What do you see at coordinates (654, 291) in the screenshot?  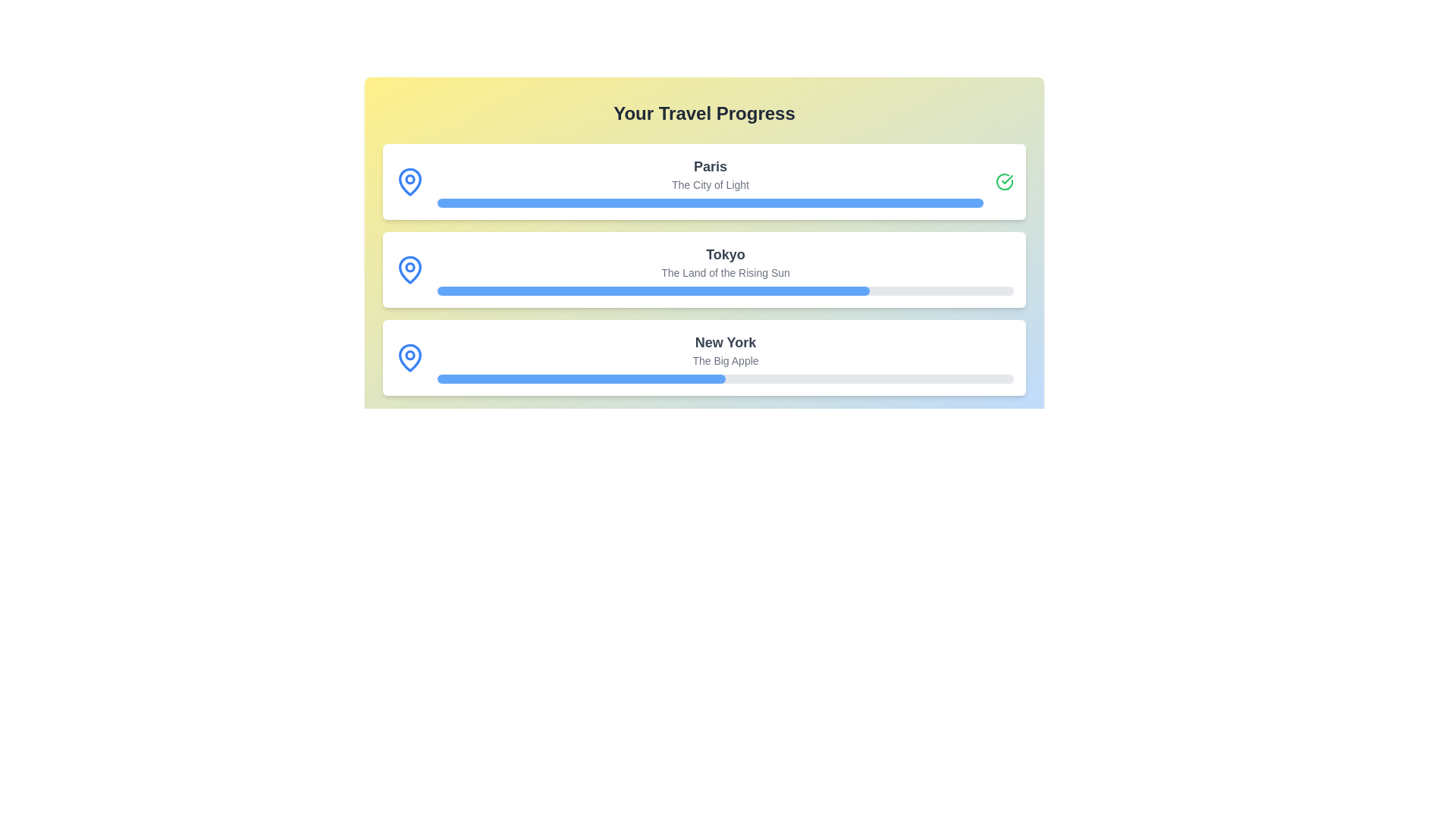 I see `the Progress bar indicator for the 'Tokyo' milestone, which visually represents 75% completion in the user's travel progress interface` at bounding box center [654, 291].